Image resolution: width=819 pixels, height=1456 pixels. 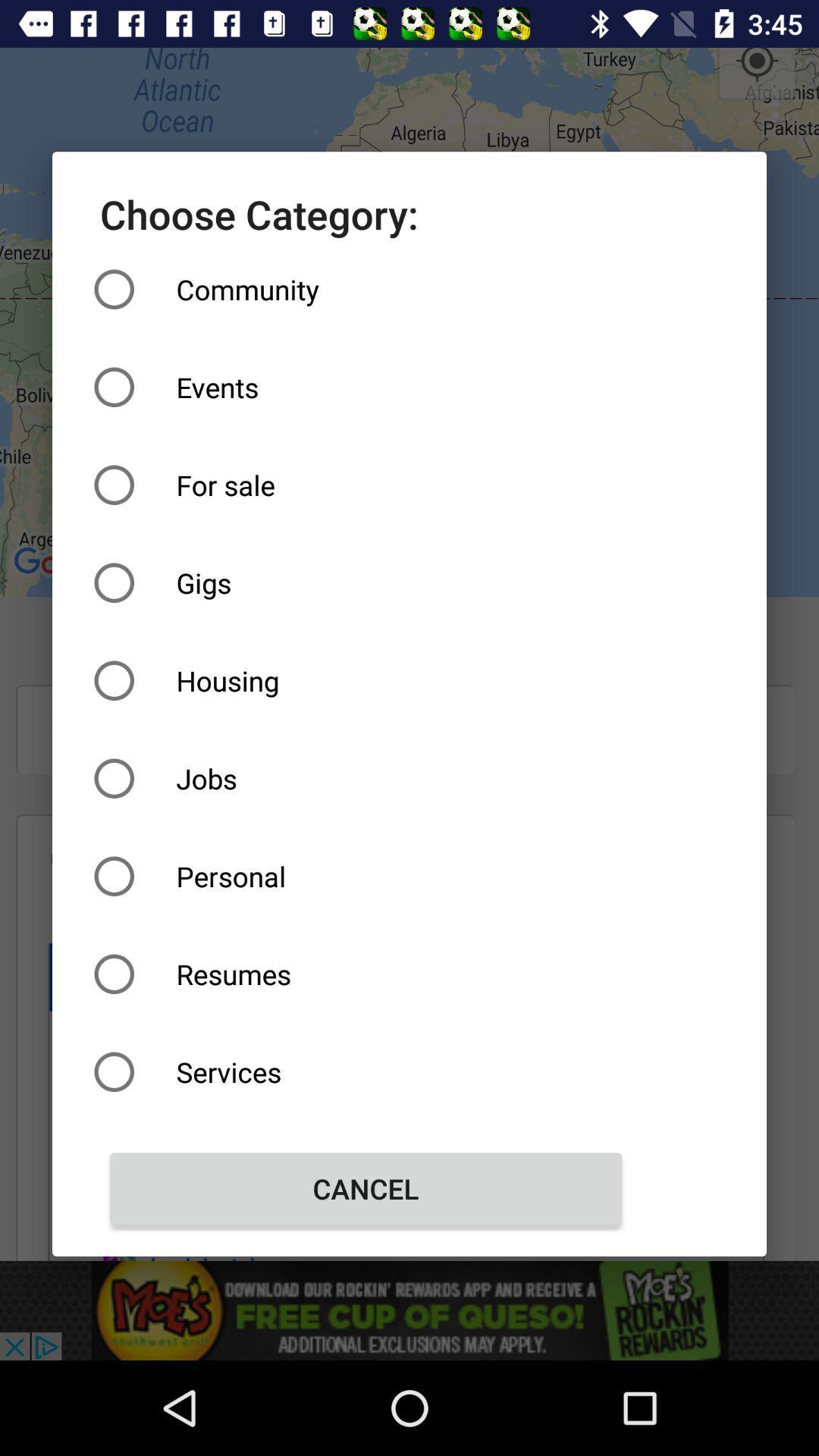 What do you see at coordinates (366, 876) in the screenshot?
I see `personal` at bounding box center [366, 876].